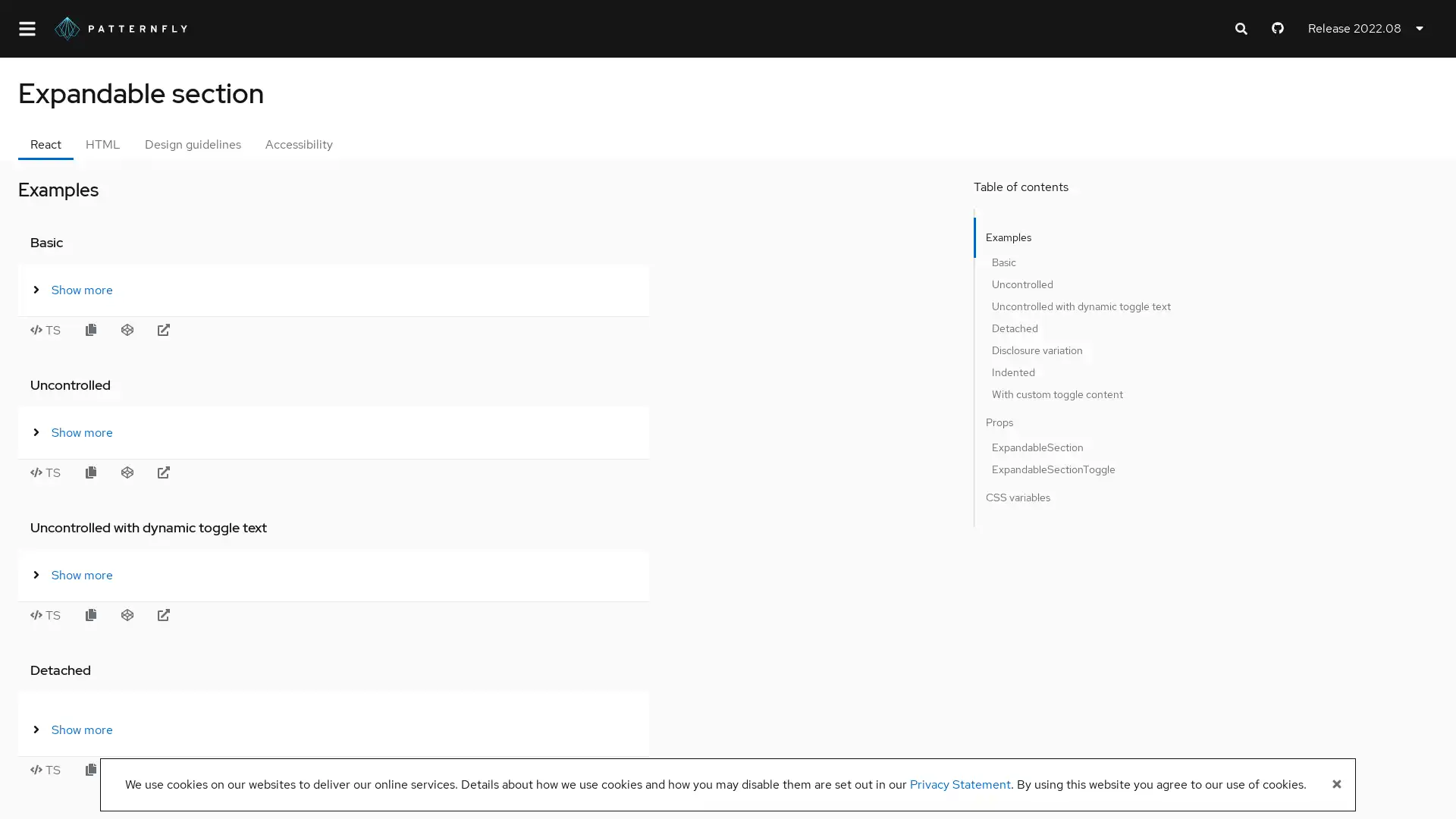 The height and width of the screenshot is (819, 1456). What do you see at coordinates (265, 329) in the screenshot?
I see `Toggle TS code in Basic example` at bounding box center [265, 329].